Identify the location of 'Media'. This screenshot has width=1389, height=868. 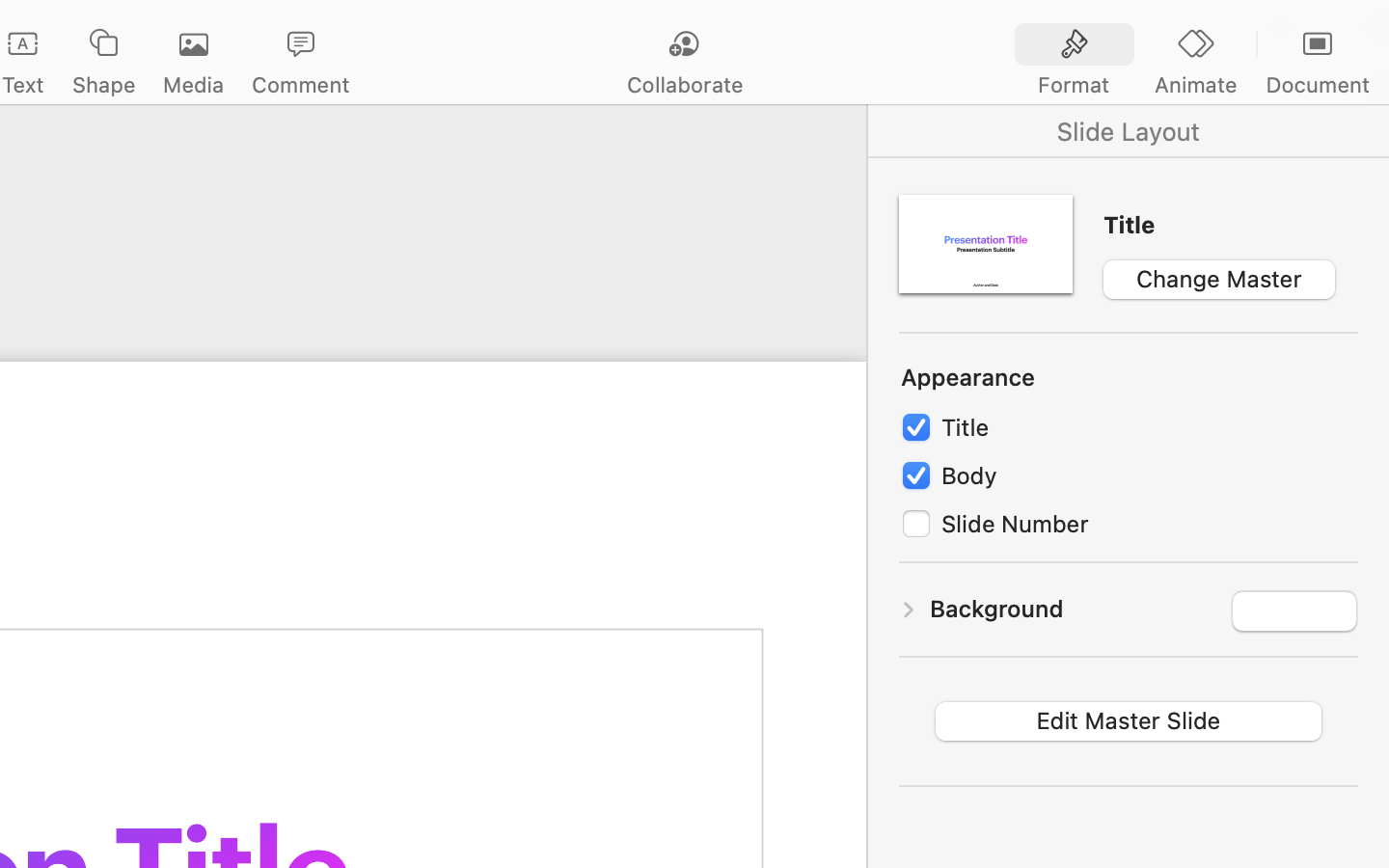
(193, 84).